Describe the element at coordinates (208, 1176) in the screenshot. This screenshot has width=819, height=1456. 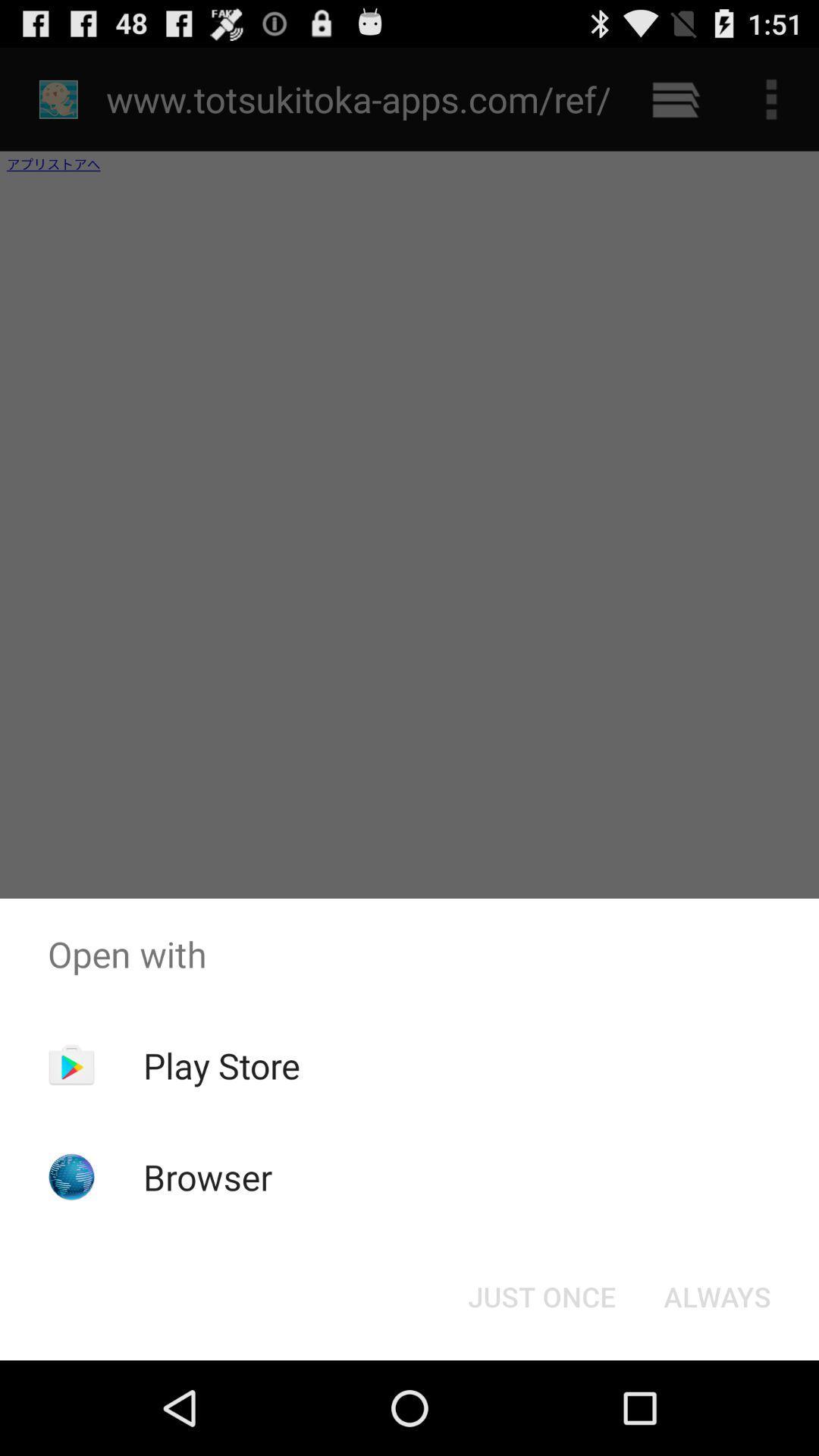
I see `the browser item` at that location.